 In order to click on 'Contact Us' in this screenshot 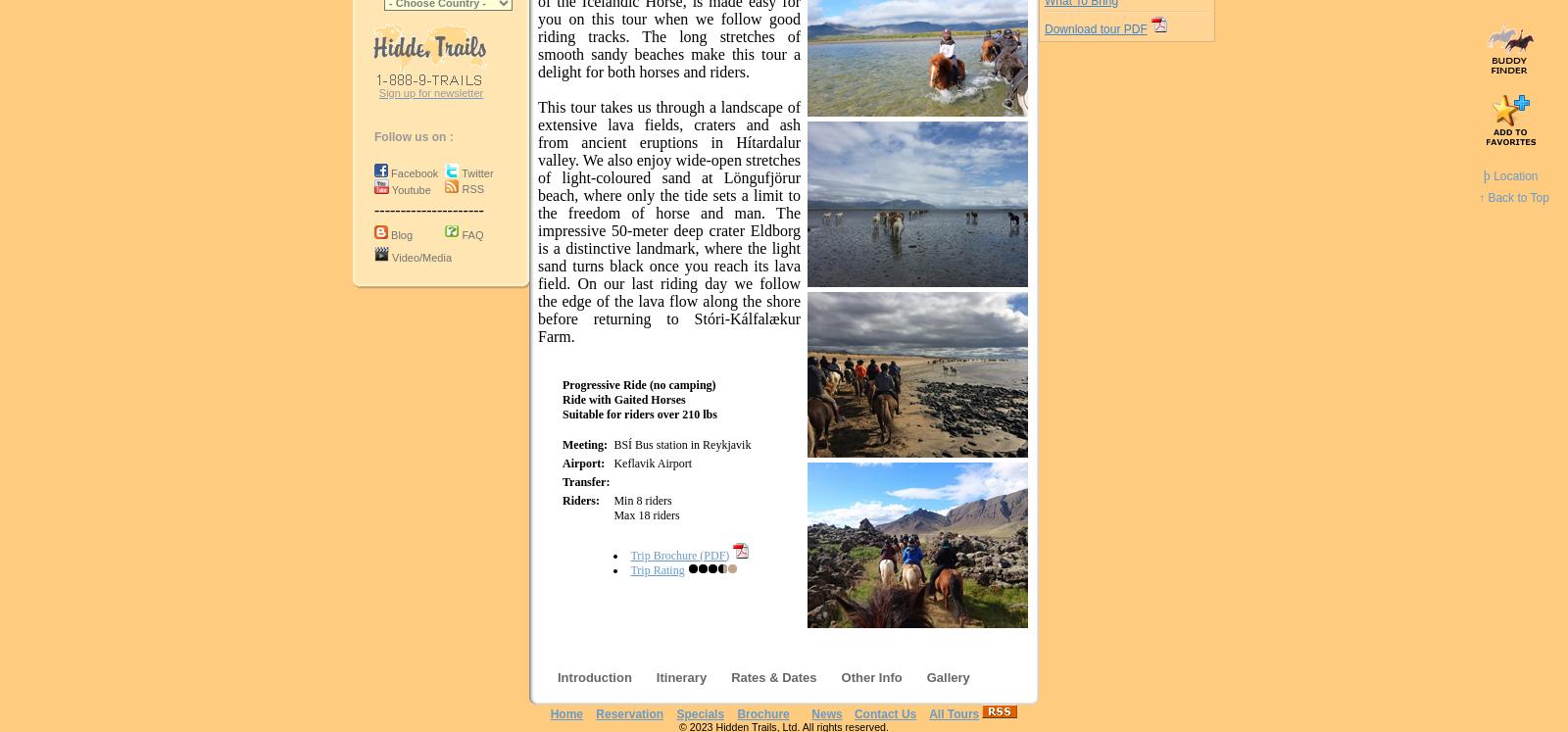, I will do `click(884, 712)`.